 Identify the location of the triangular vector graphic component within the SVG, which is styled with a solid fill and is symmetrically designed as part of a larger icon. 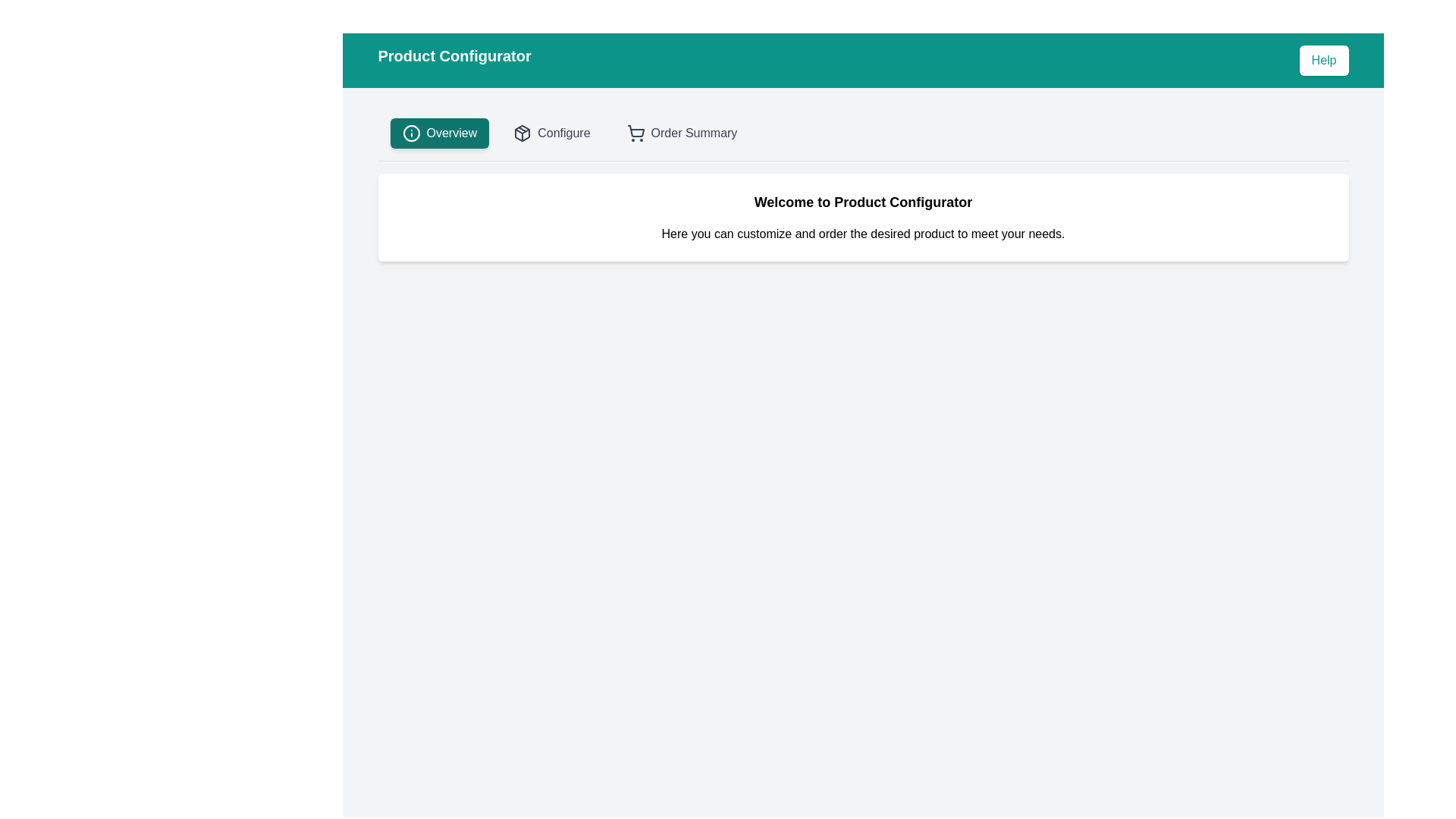
(522, 130).